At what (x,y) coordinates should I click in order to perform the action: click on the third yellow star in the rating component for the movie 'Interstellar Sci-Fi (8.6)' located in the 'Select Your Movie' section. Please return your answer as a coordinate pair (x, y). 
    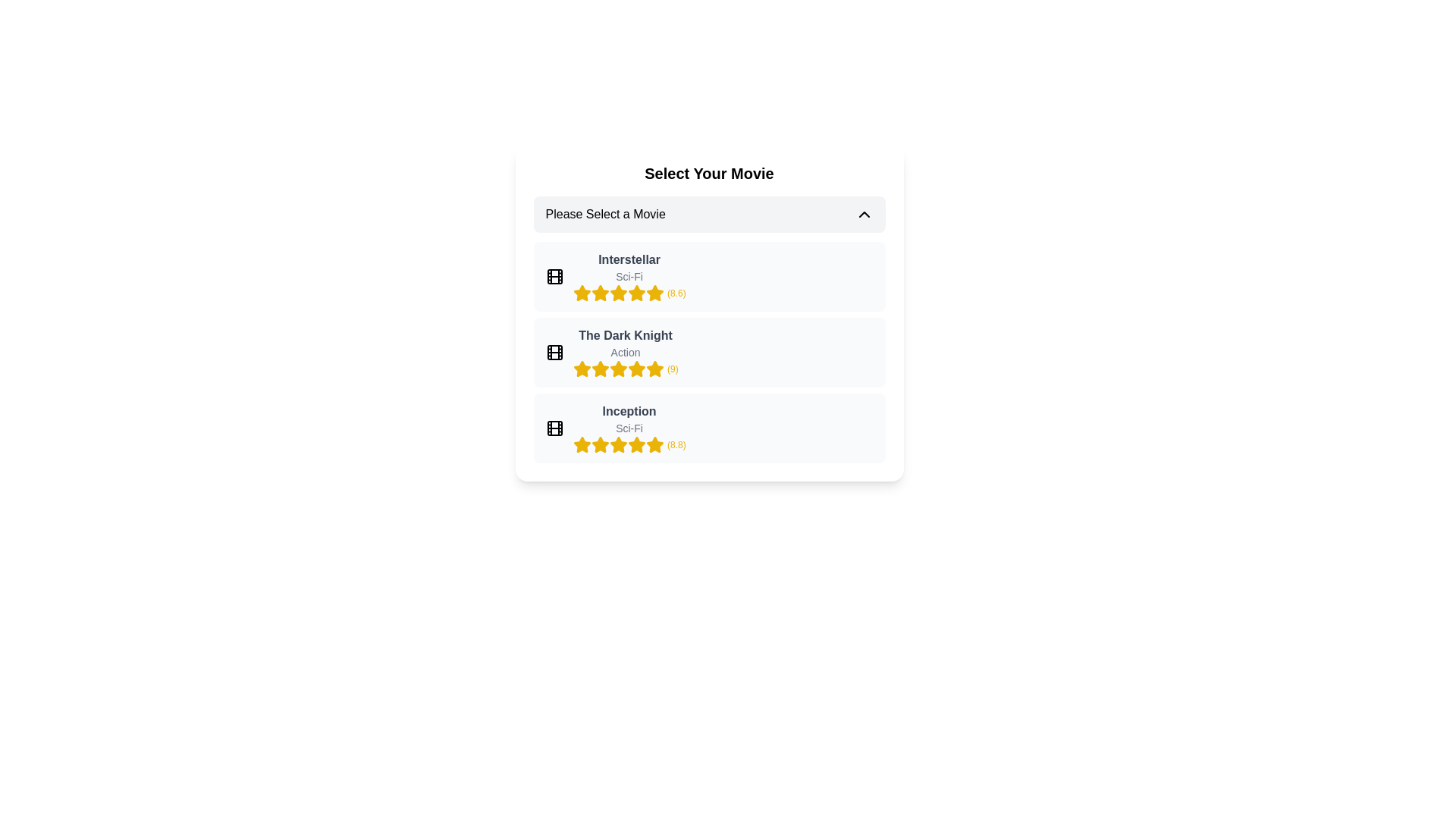
    Looking at the image, I should click on (599, 293).